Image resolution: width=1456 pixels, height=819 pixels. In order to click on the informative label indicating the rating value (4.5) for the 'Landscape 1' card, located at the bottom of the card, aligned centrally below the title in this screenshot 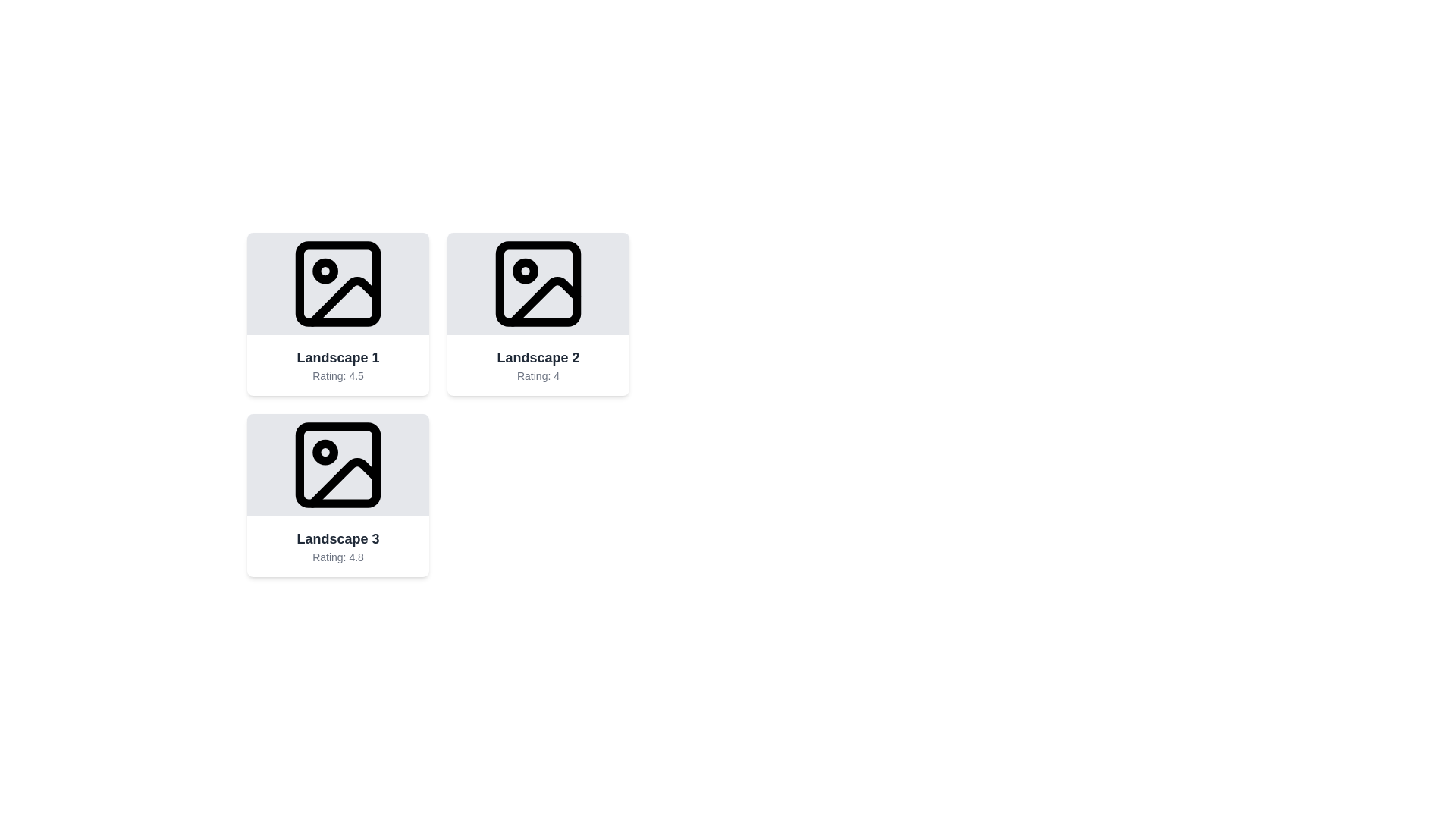, I will do `click(337, 375)`.